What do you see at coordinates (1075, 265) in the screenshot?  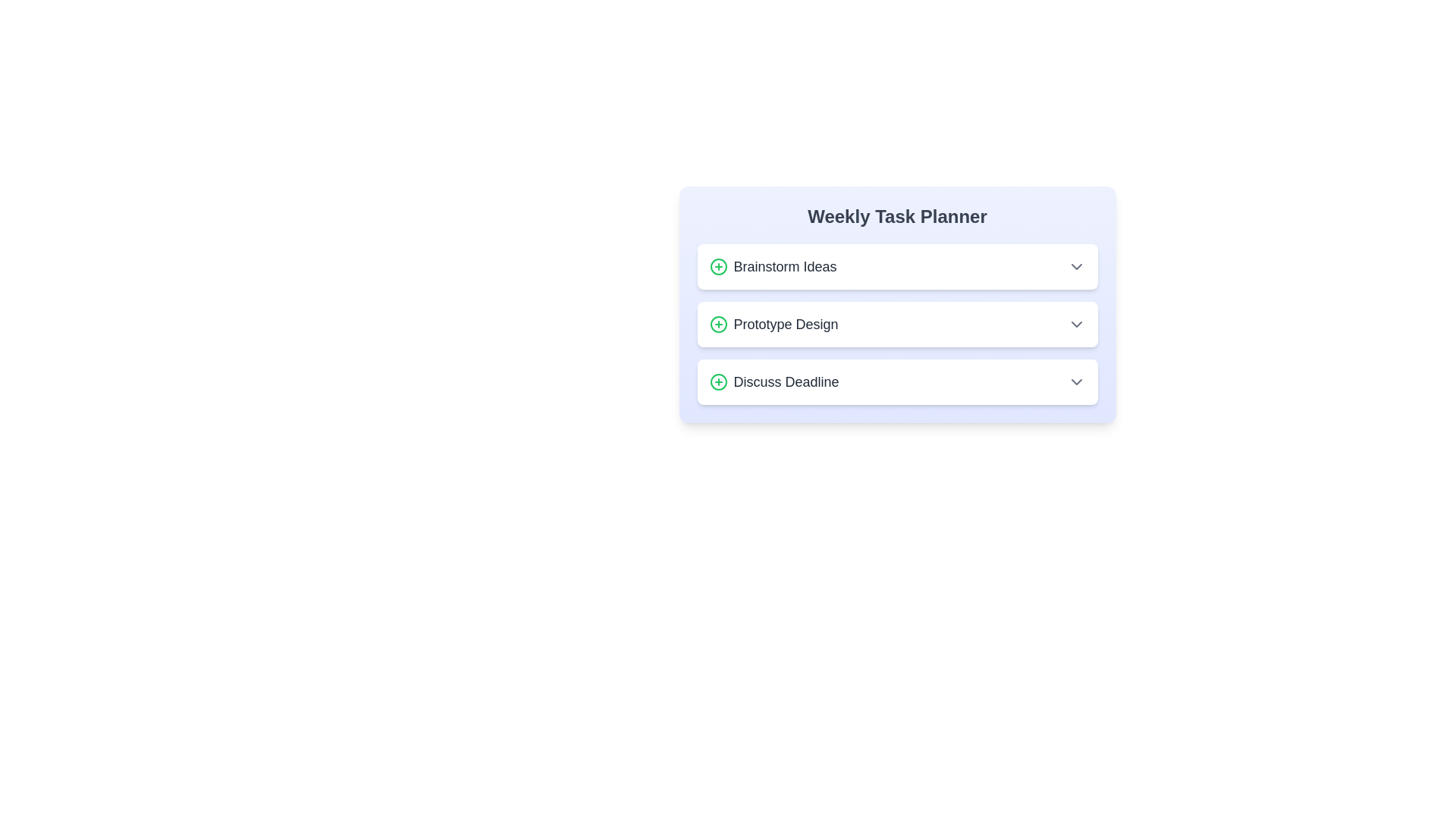 I see `button associated with the task to expand its details` at bounding box center [1075, 265].